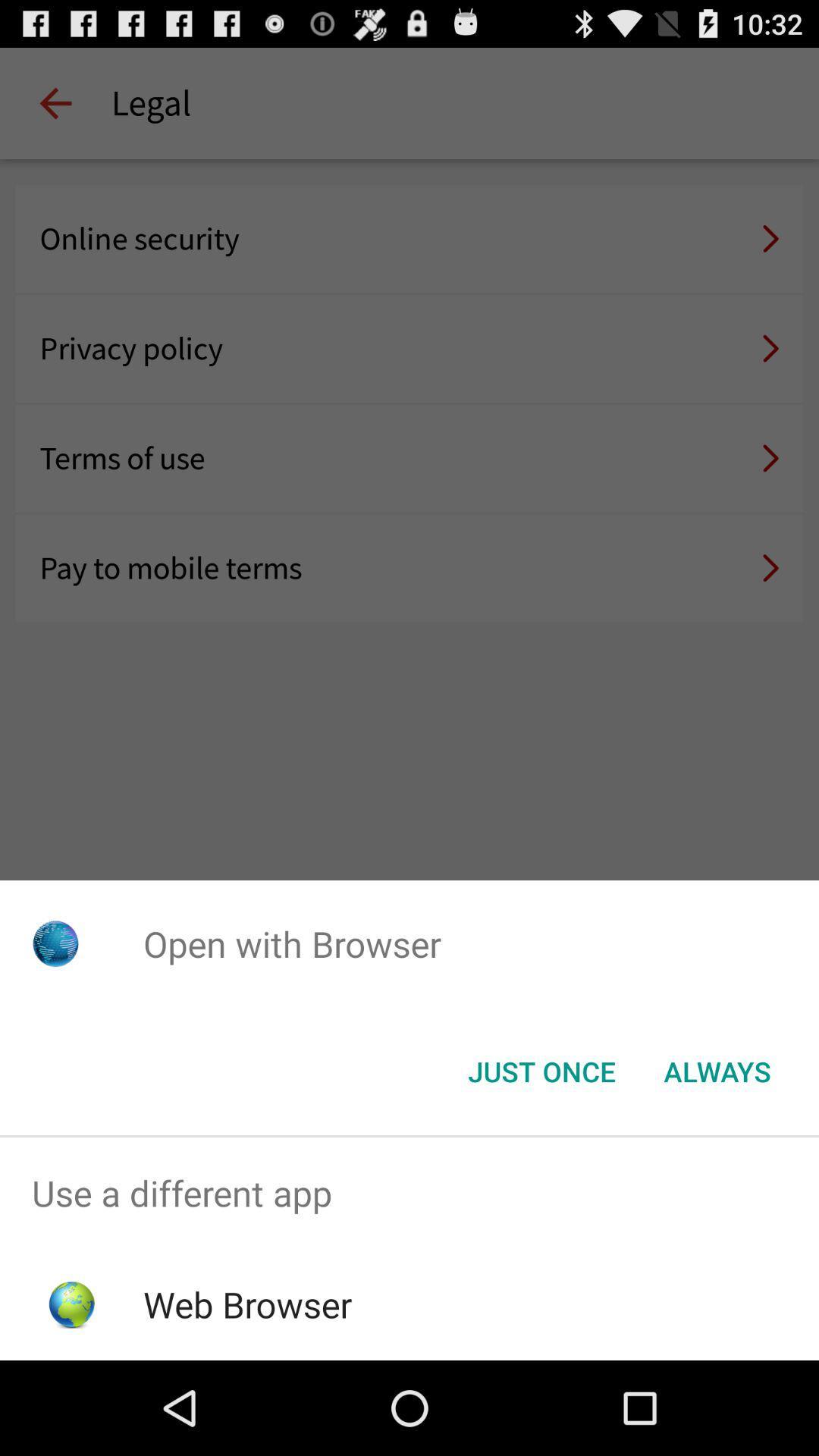 Image resolution: width=819 pixels, height=1456 pixels. I want to click on item next to always icon, so click(541, 1070).